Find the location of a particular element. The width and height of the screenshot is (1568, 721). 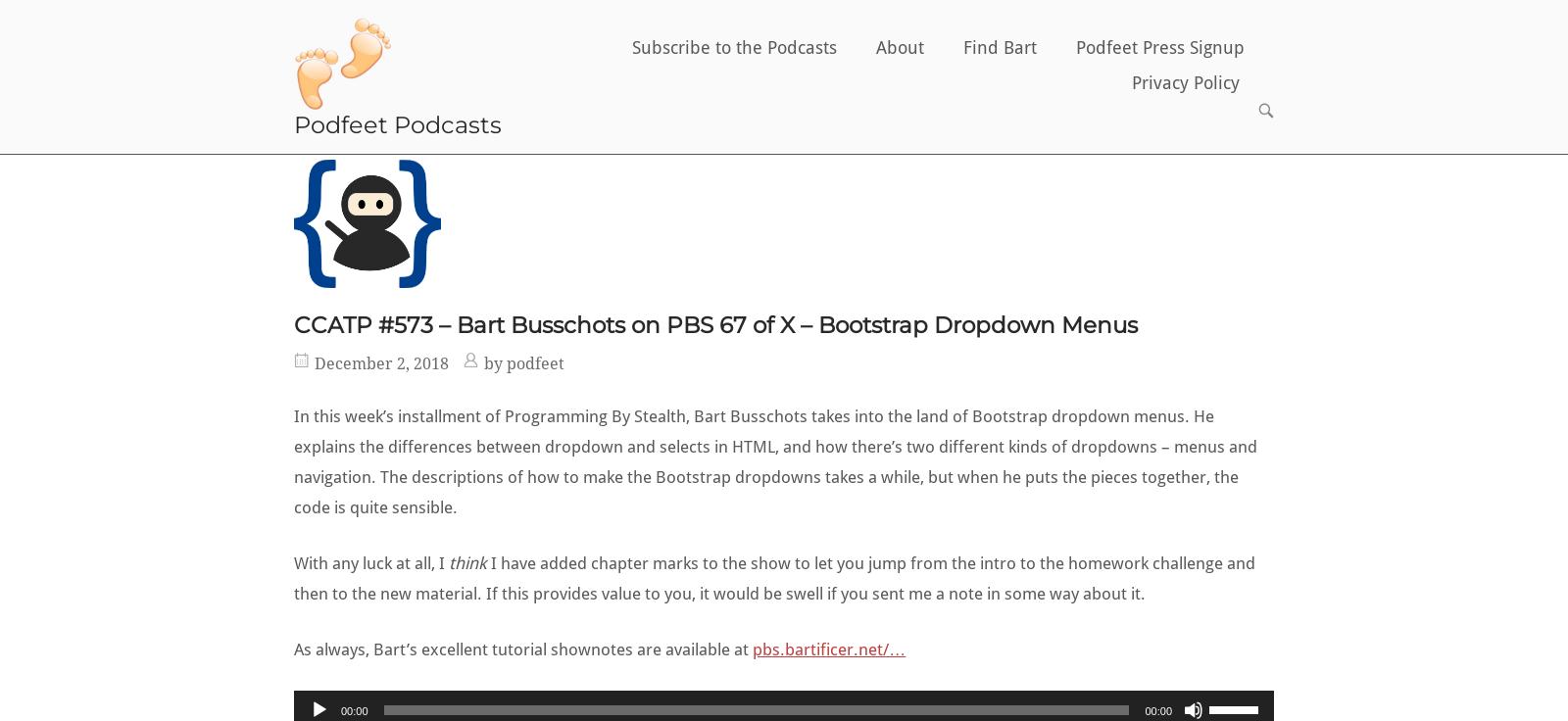

'With any luck at all, I' is located at coordinates (294, 561).